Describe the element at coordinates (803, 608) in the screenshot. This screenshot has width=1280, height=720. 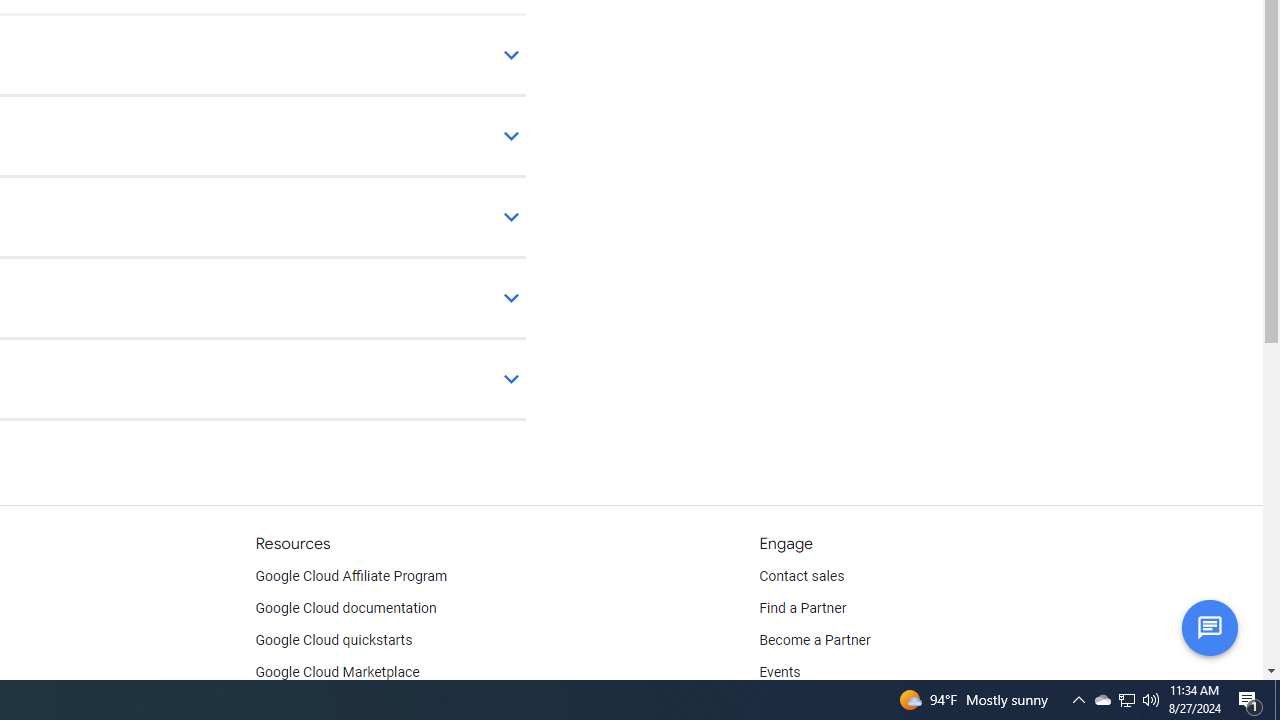
I see `'Find a Partner'` at that location.